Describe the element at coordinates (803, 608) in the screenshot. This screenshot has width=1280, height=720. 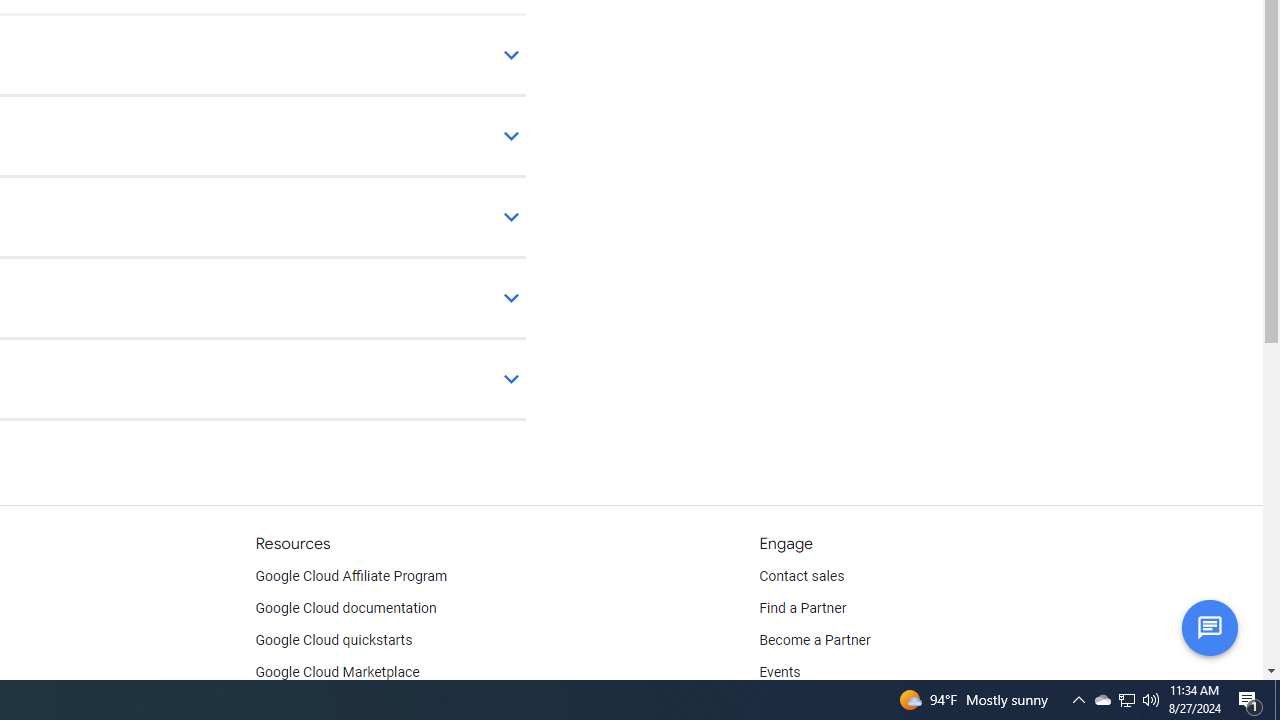
I see `'Find a Partner'` at that location.